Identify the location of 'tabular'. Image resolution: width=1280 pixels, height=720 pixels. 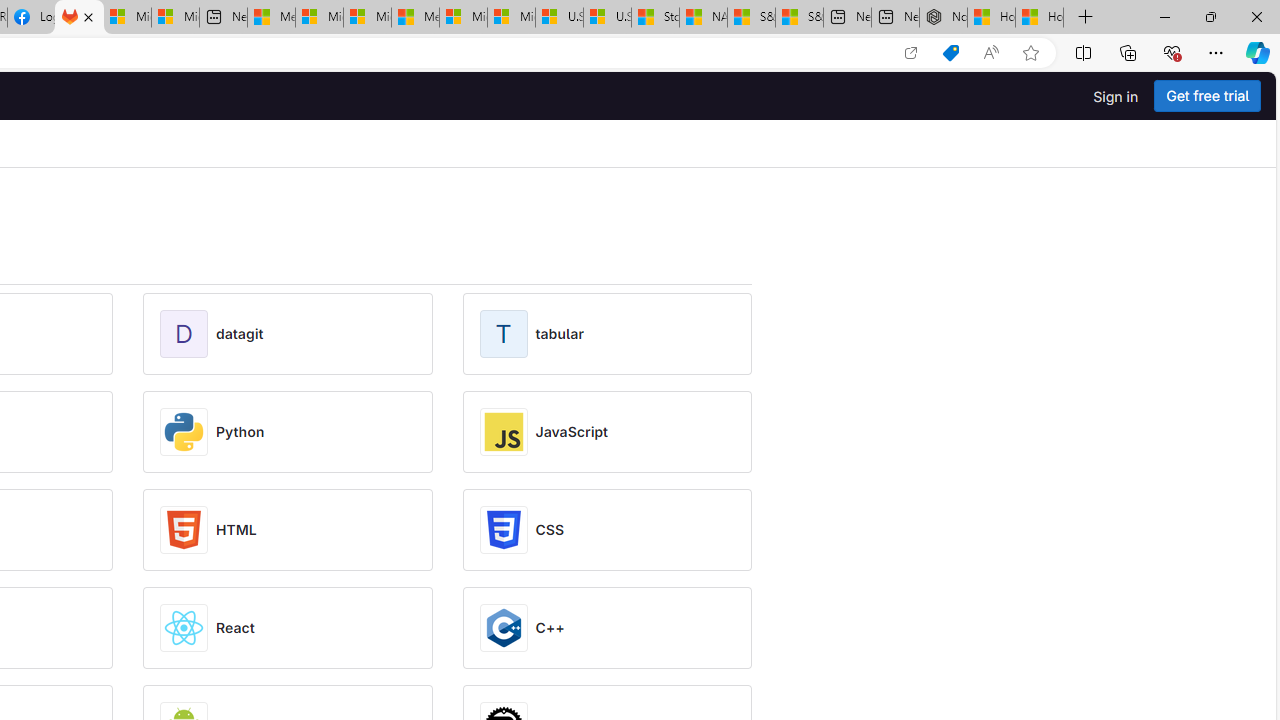
(559, 333).